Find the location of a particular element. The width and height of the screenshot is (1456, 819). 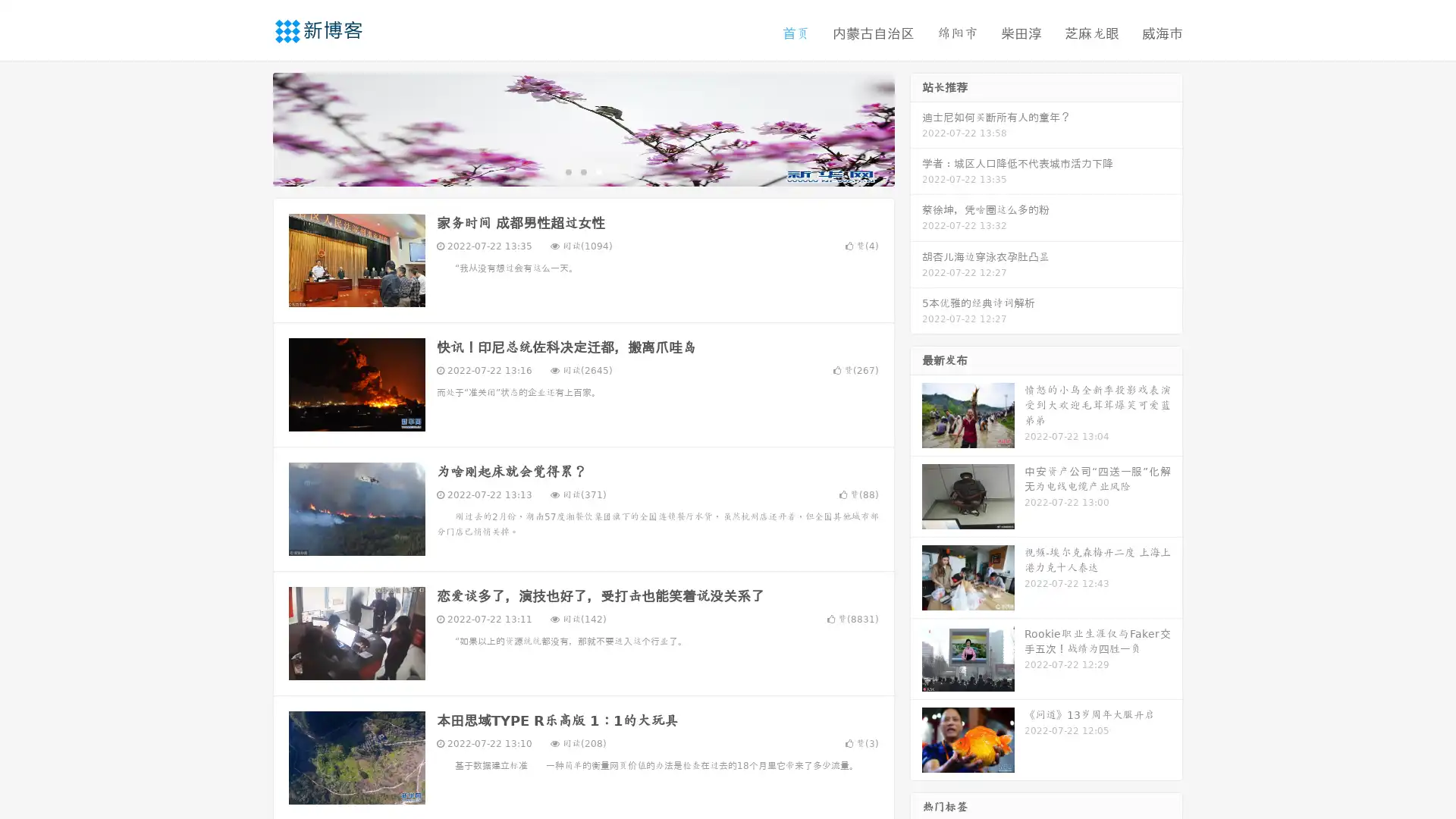

Next slide is located at coordinates (916, 127).